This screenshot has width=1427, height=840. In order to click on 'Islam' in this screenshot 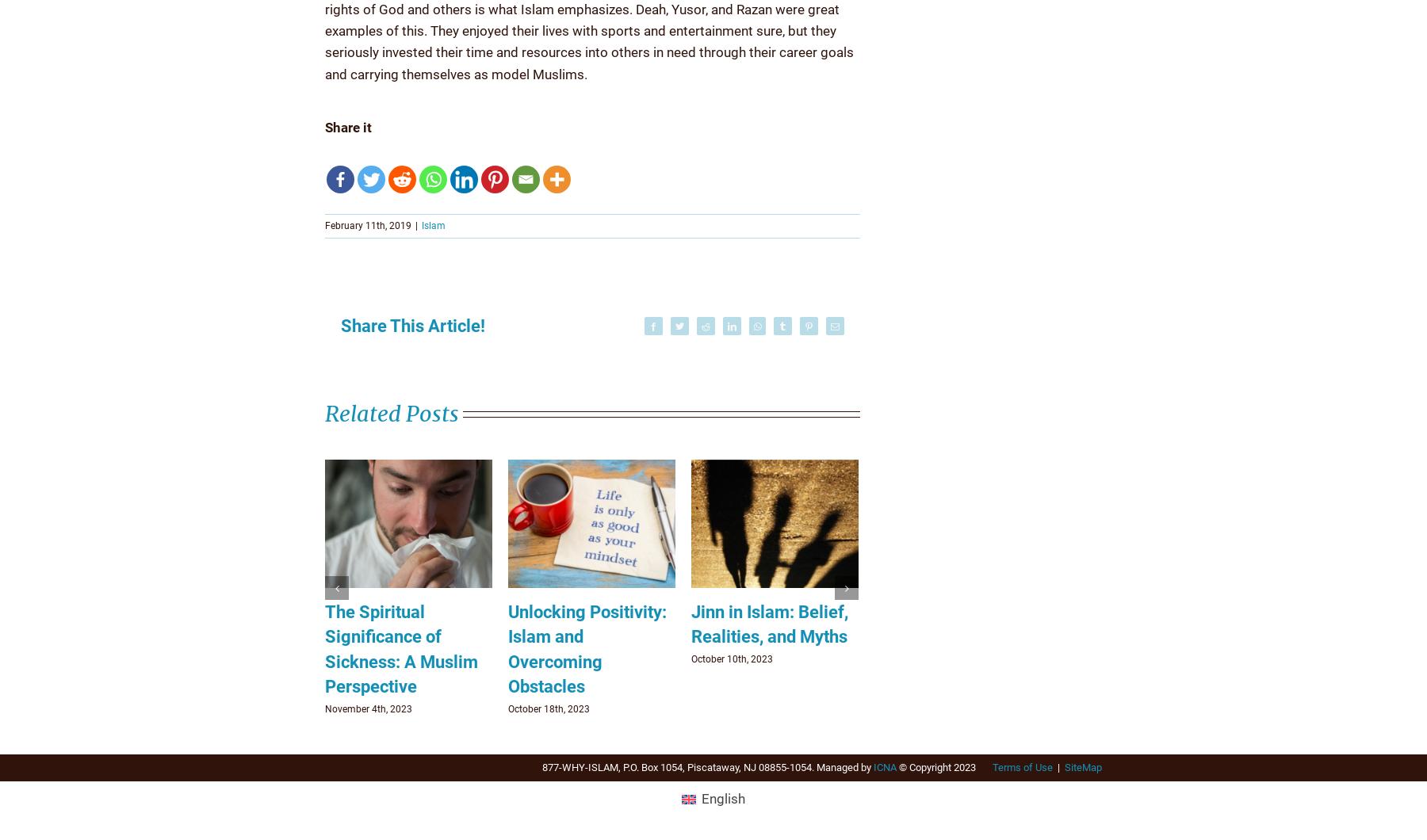, I will do `click(433, 224)`.